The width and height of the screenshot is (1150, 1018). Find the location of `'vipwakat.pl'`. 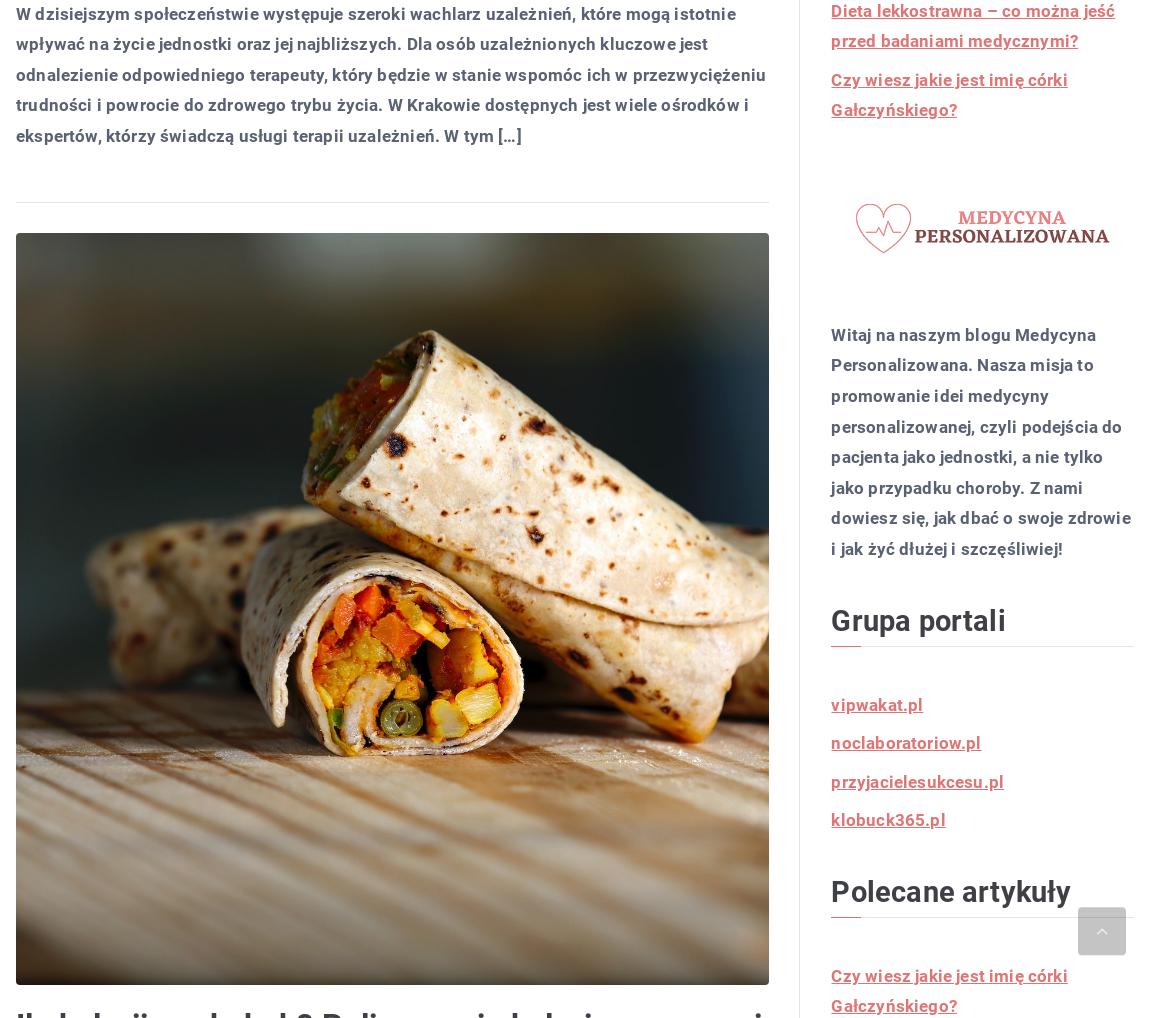

'vipwakat.pl' is located at coordinates (876, 704).